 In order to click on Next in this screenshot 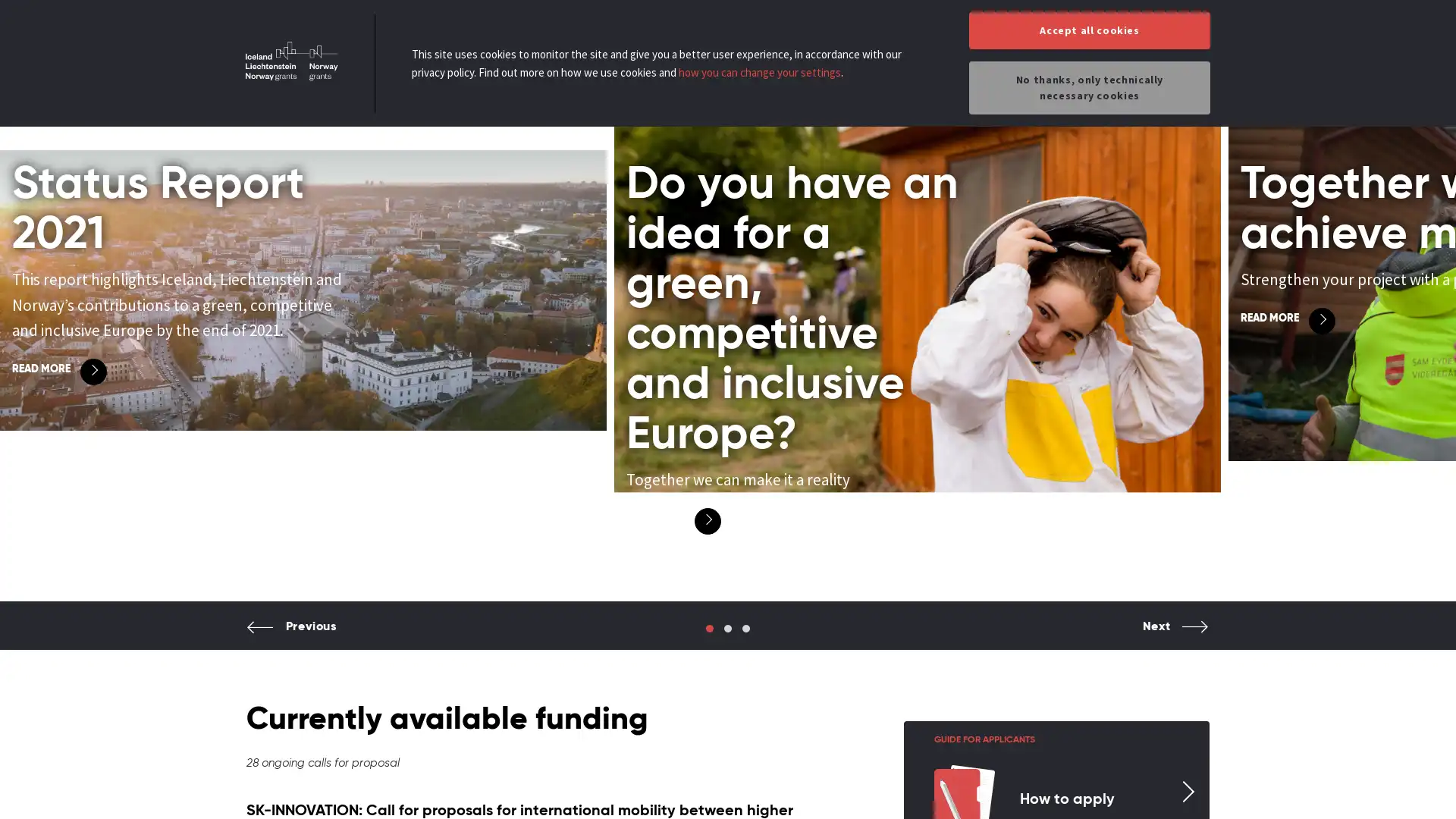, I will do `click(1175, 638)`.